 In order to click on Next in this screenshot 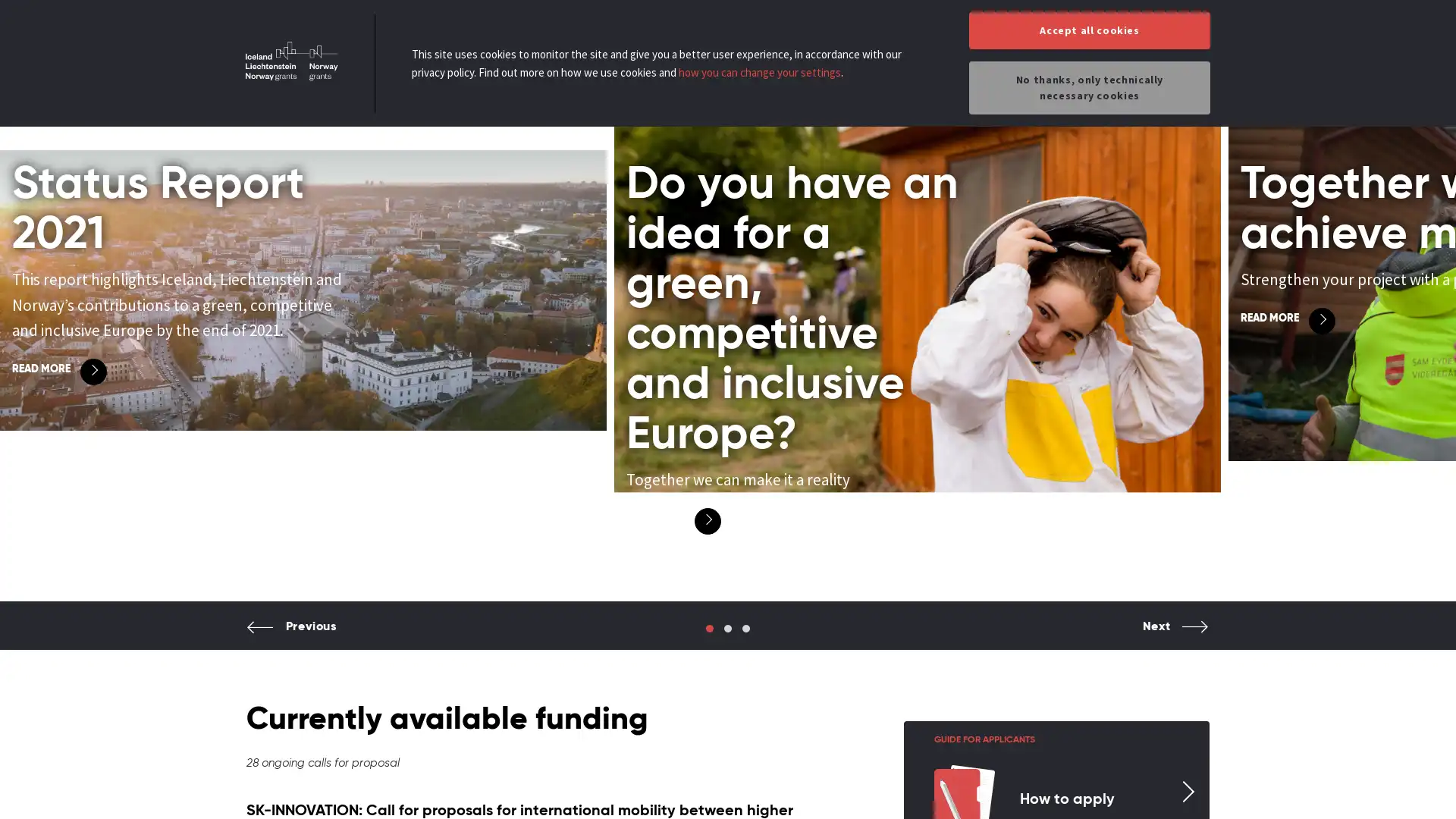, I will do `click(1175, 638)`.